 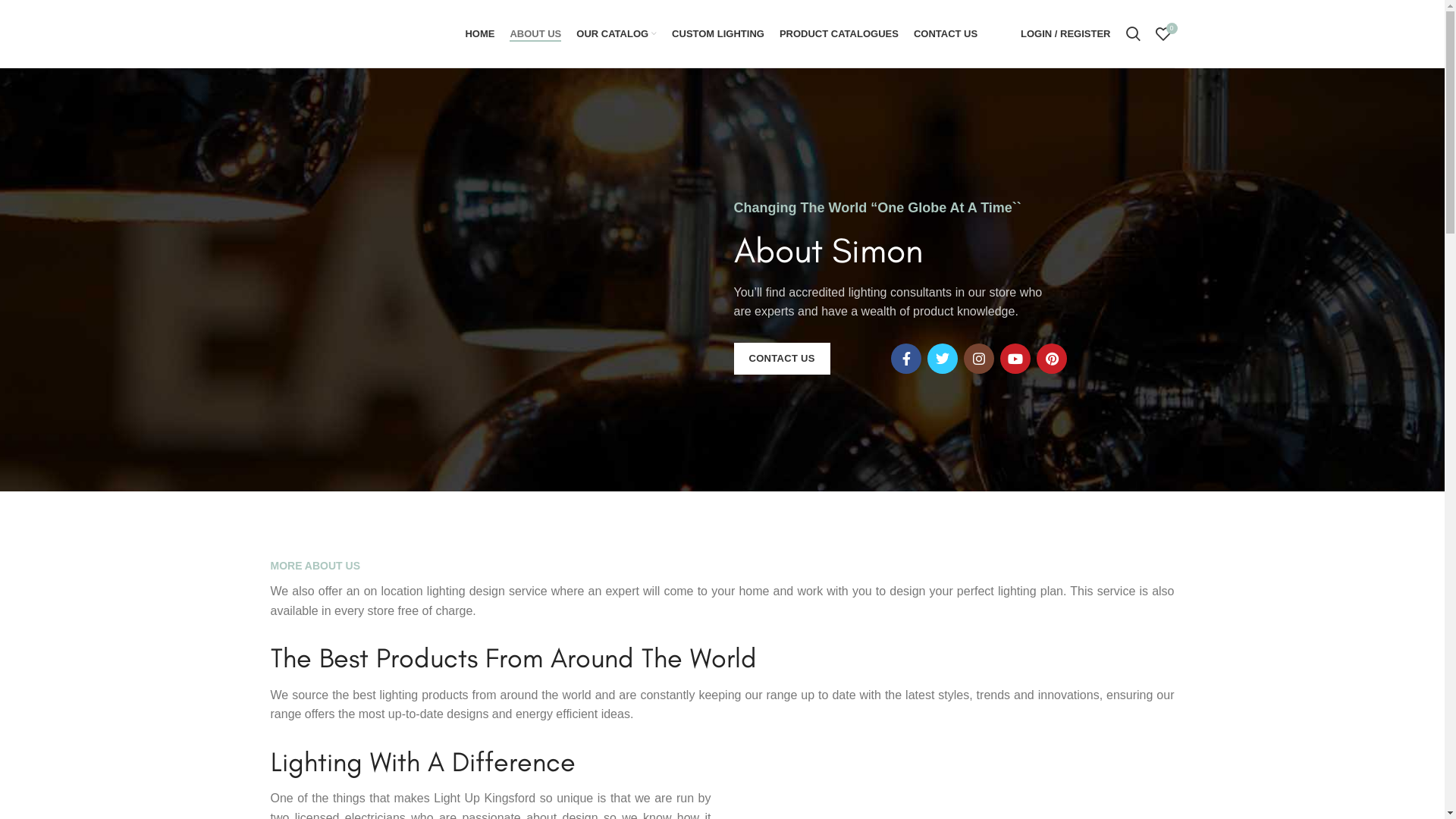 What do you see at coordinates (945, 33) in the screenshot?
I see `'CONTACT US'` at bounding box center [945, 33].